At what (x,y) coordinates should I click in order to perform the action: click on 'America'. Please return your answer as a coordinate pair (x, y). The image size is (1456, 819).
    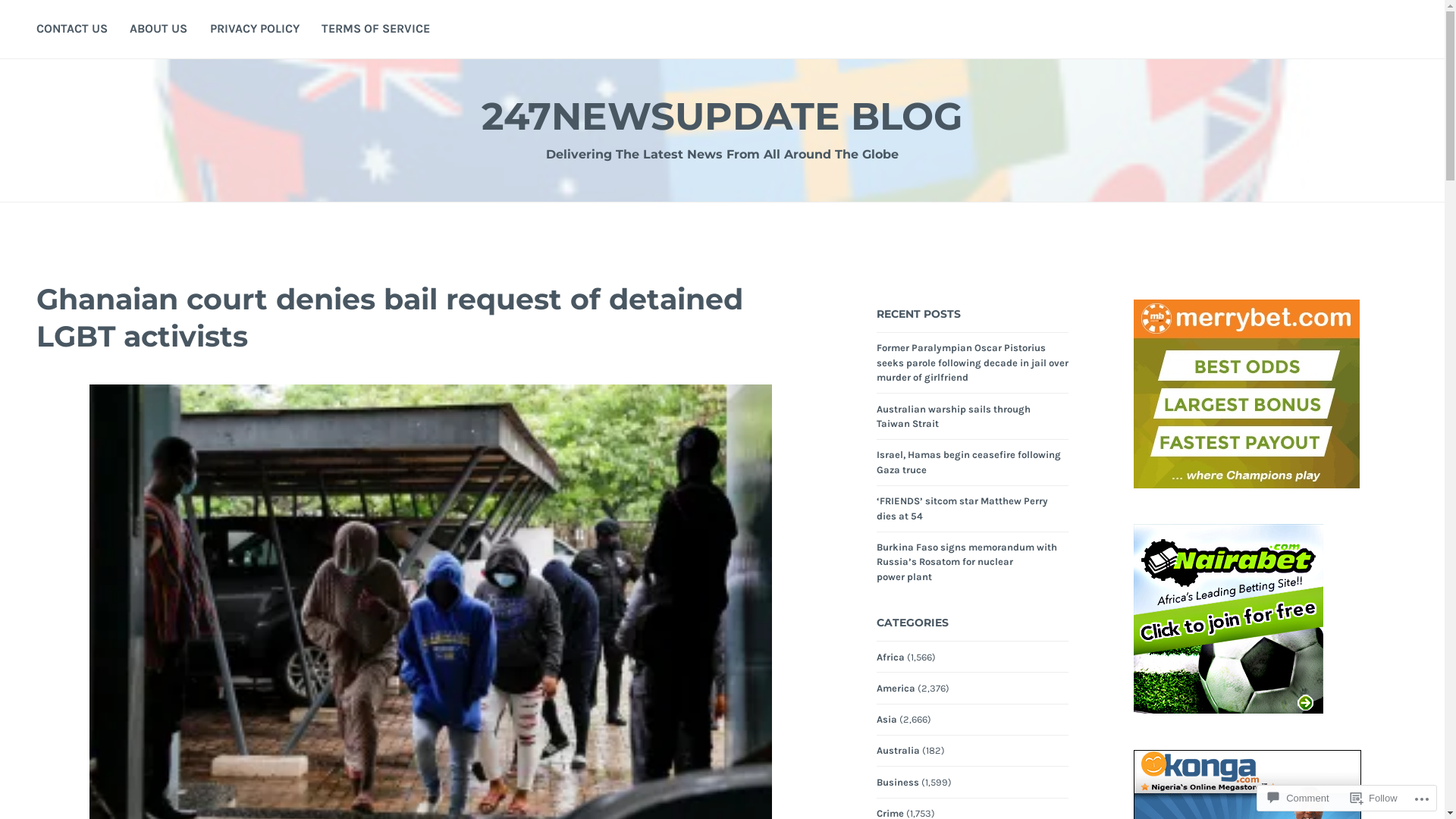
    Looking at the image, I should click on (896, 688).